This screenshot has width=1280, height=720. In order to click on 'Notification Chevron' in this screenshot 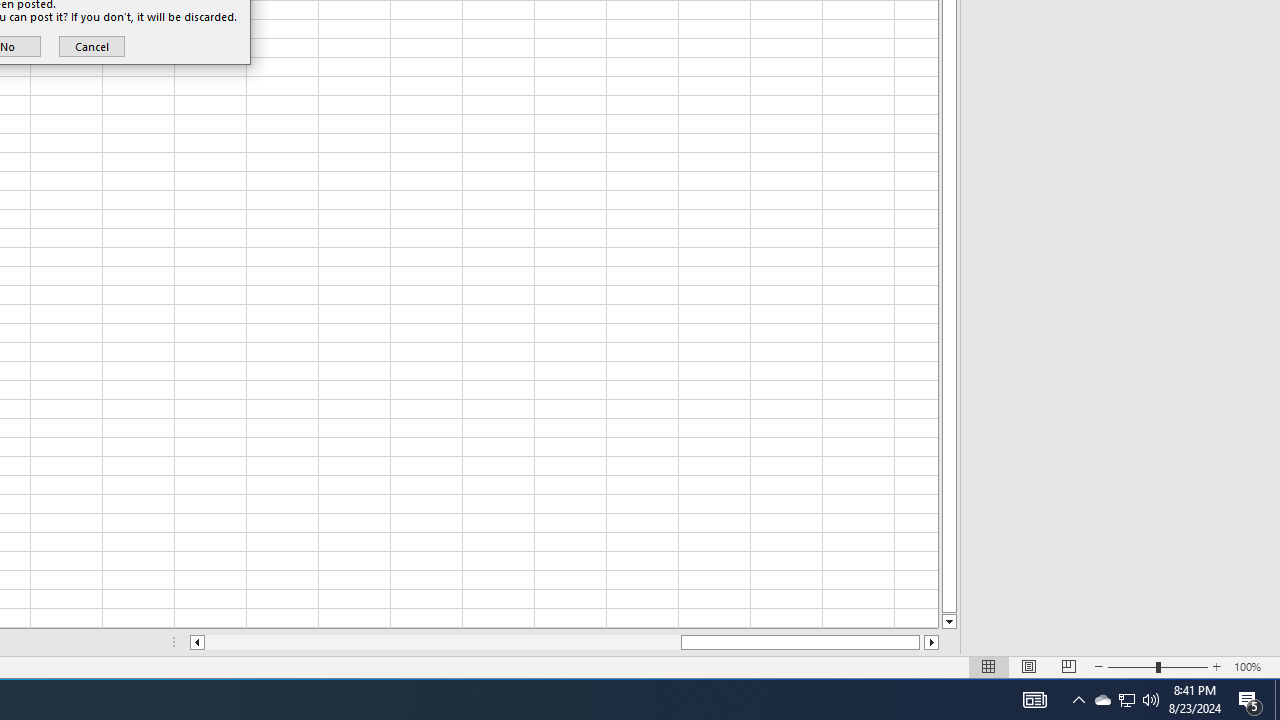, I will do `click(1078, 698)`.